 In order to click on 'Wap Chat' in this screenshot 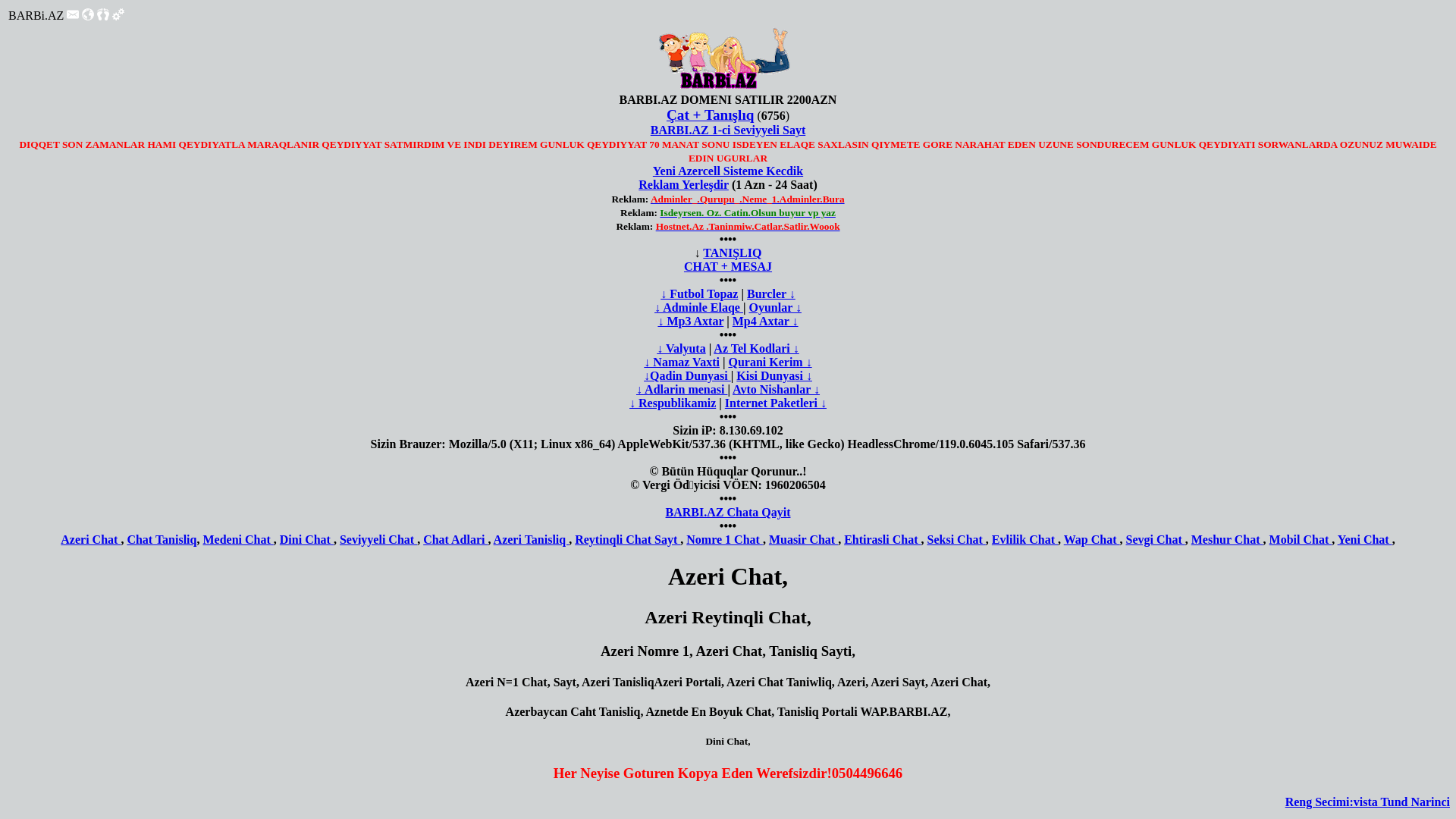, I will do `click(1092, 538)`.